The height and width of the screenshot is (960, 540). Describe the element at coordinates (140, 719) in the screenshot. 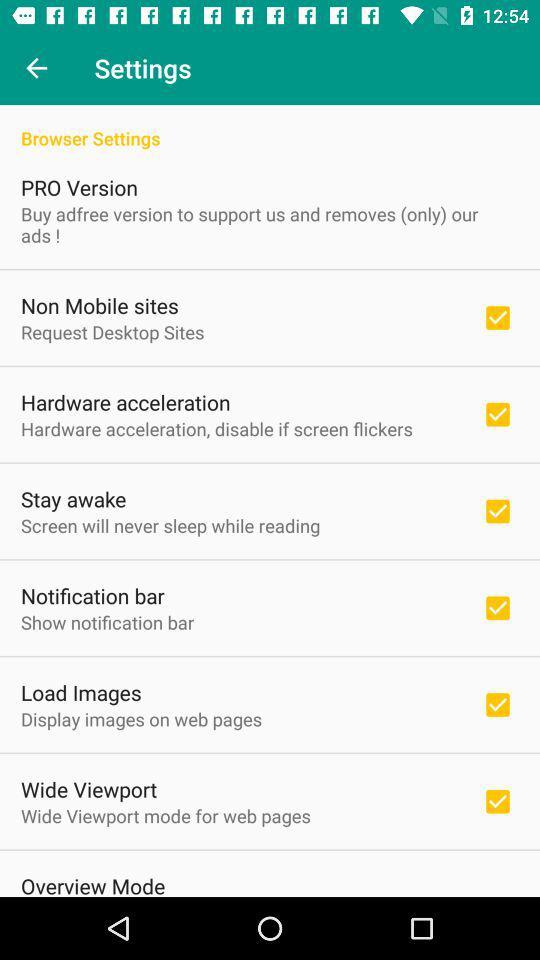

I see `item below the load images icon` at that location.